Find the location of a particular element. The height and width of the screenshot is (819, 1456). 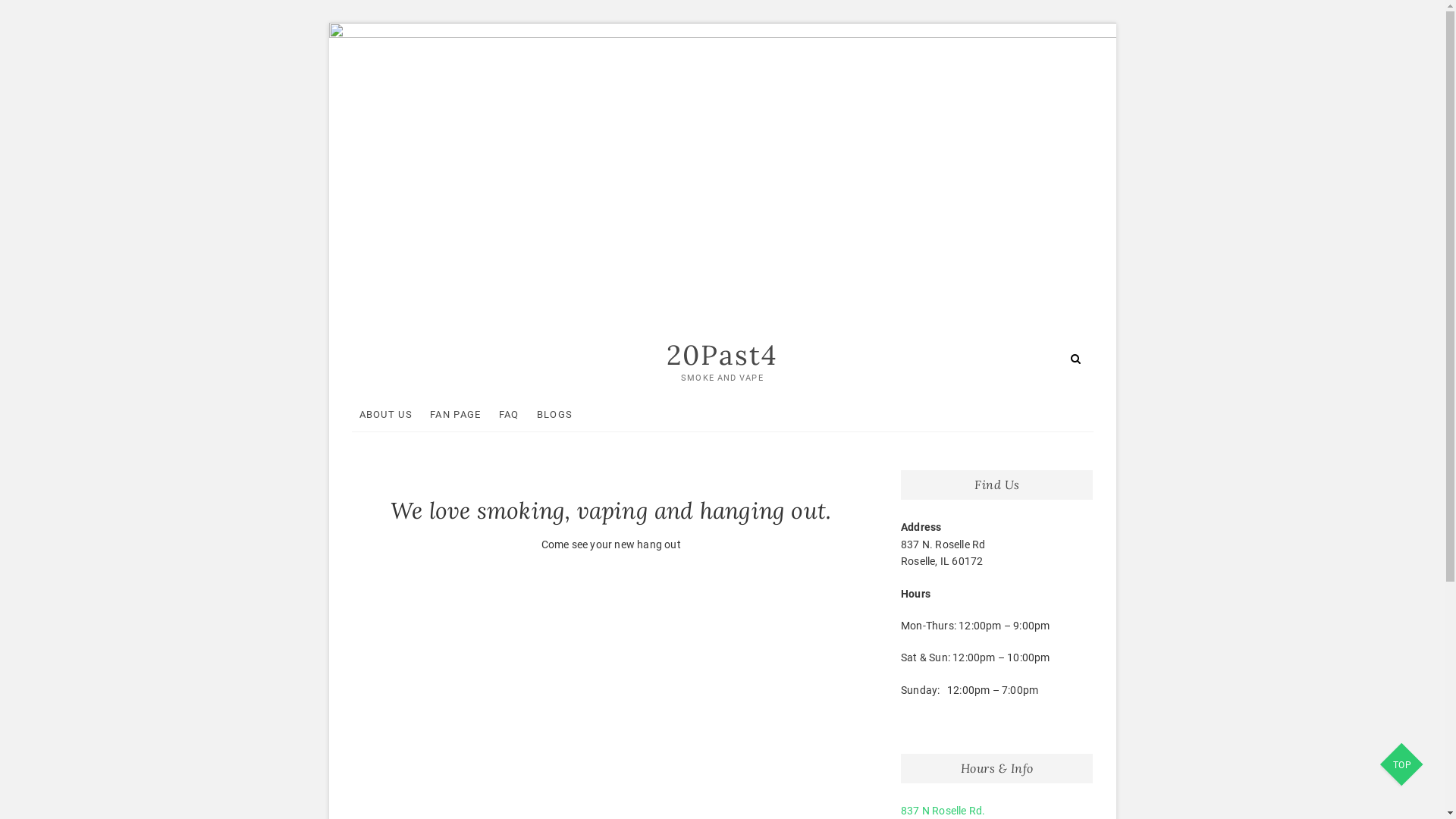

'TOP' is located at coordinates (1401, 766).